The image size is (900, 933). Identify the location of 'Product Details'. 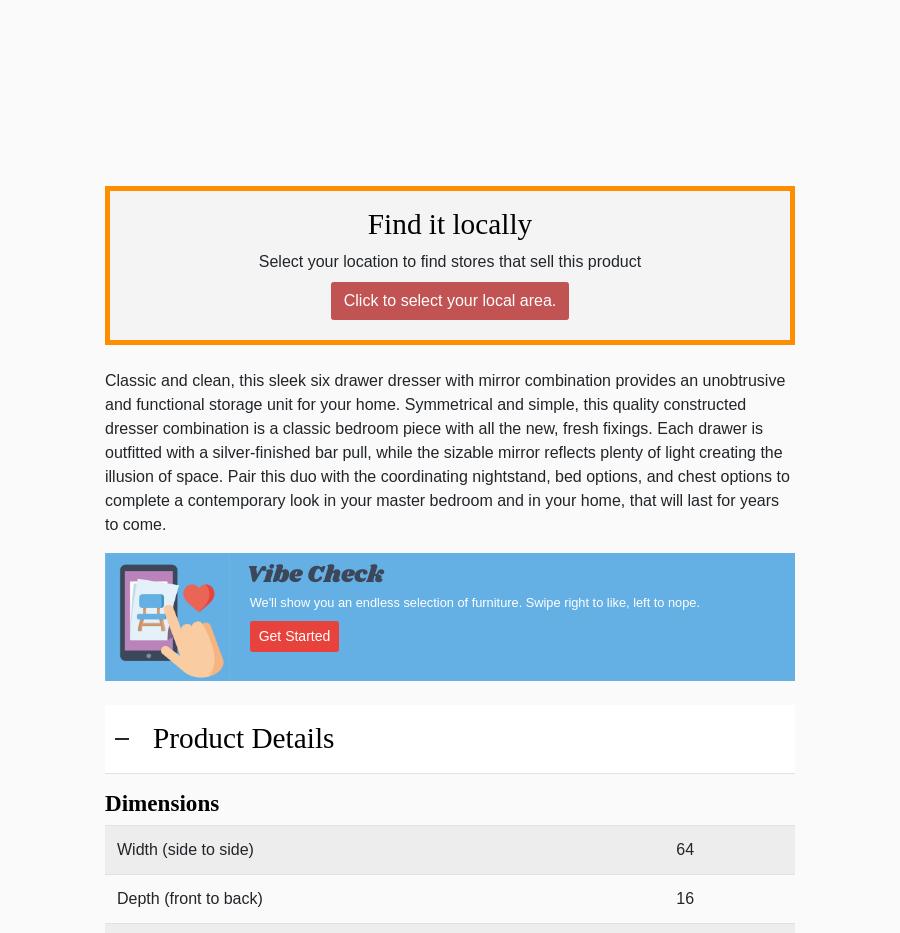
(242, 737).